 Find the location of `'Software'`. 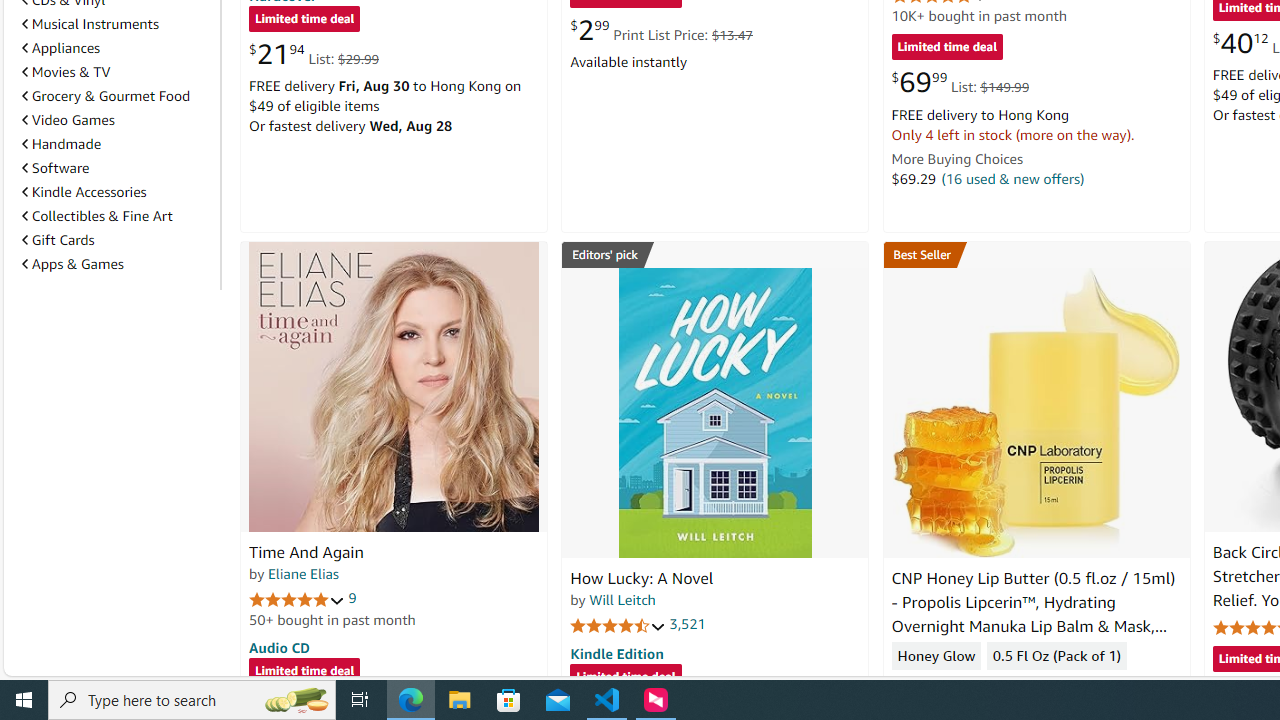

'Software' is located at coordinates (55, 167).